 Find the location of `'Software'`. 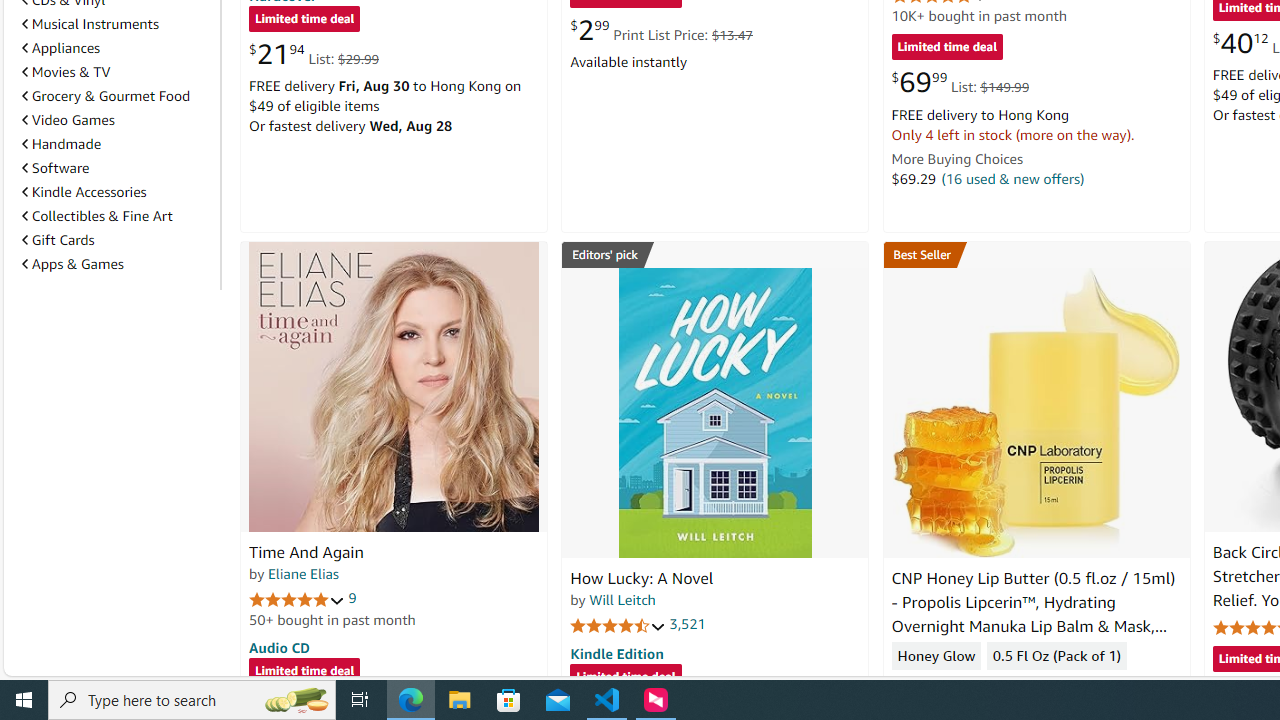

'Software' is located at coordinates (55, 167).